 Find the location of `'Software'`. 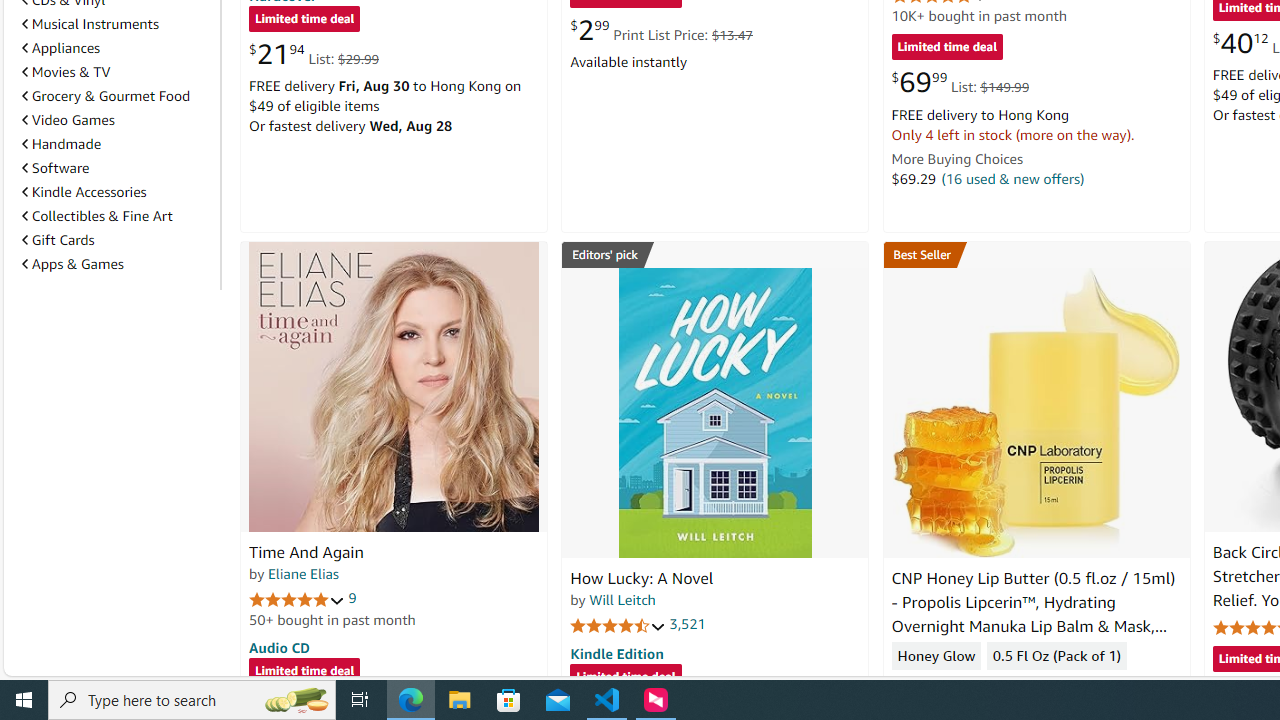

'Software' is located at coordinates (55, 167).